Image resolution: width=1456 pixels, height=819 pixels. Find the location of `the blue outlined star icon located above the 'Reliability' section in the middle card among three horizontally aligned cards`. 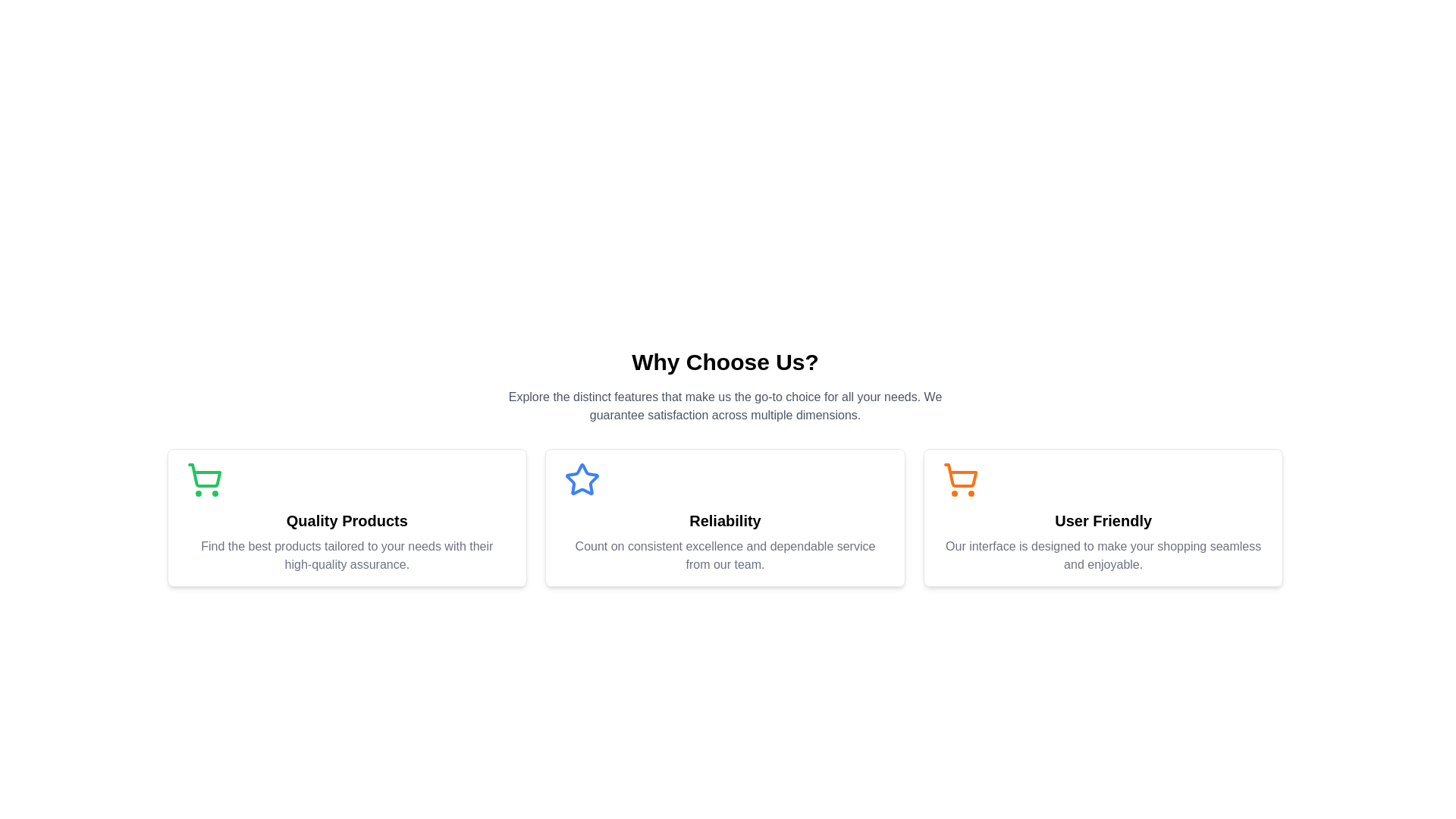

the blue outlined star icon located above the 'Reliability' section in the middle card among three horizontally aligned cards is located at coordinates (582, 479).